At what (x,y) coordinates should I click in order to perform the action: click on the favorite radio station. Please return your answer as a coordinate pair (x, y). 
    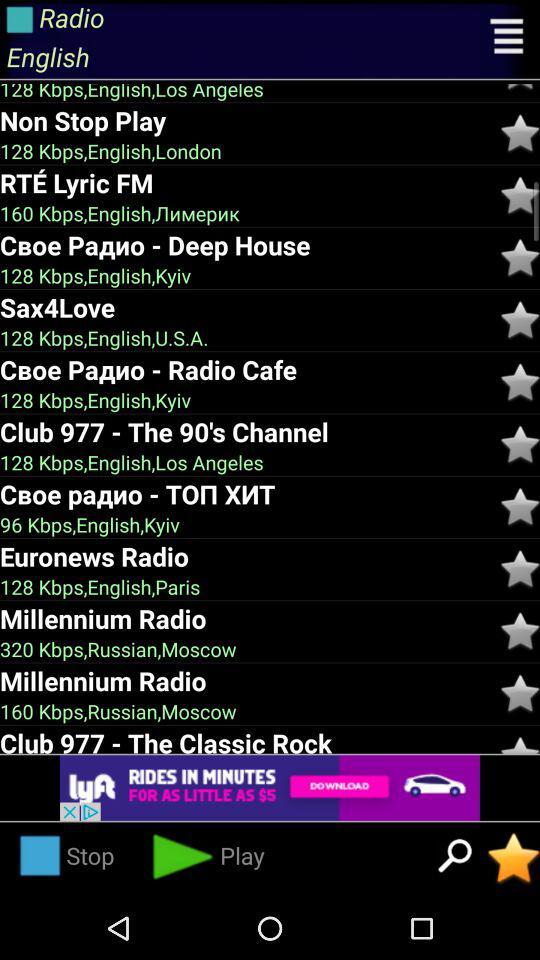
    Looking at the image, I should click on (513, 857).